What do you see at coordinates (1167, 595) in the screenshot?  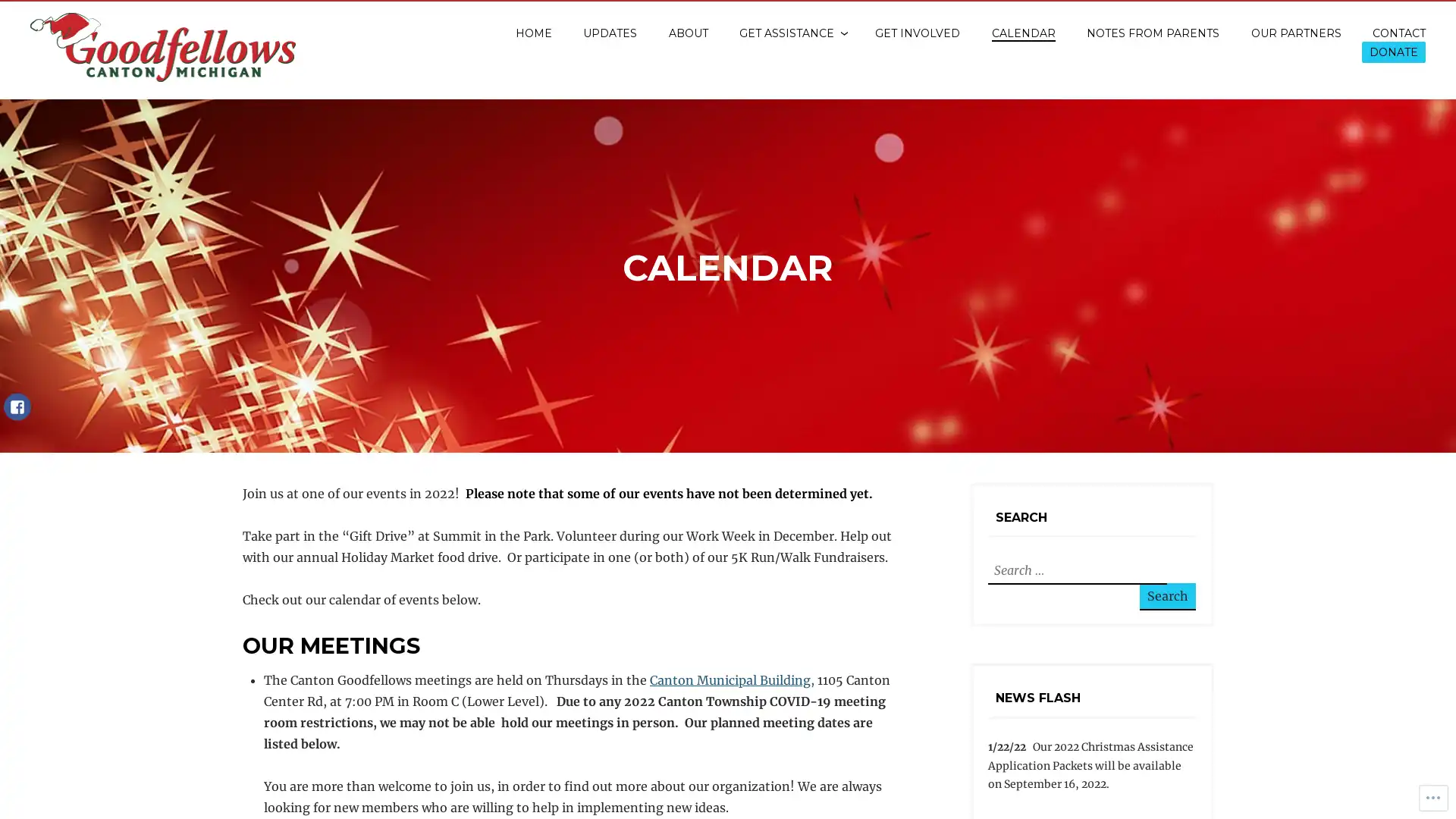 I see `Search` at bounding box center [1167, 595].